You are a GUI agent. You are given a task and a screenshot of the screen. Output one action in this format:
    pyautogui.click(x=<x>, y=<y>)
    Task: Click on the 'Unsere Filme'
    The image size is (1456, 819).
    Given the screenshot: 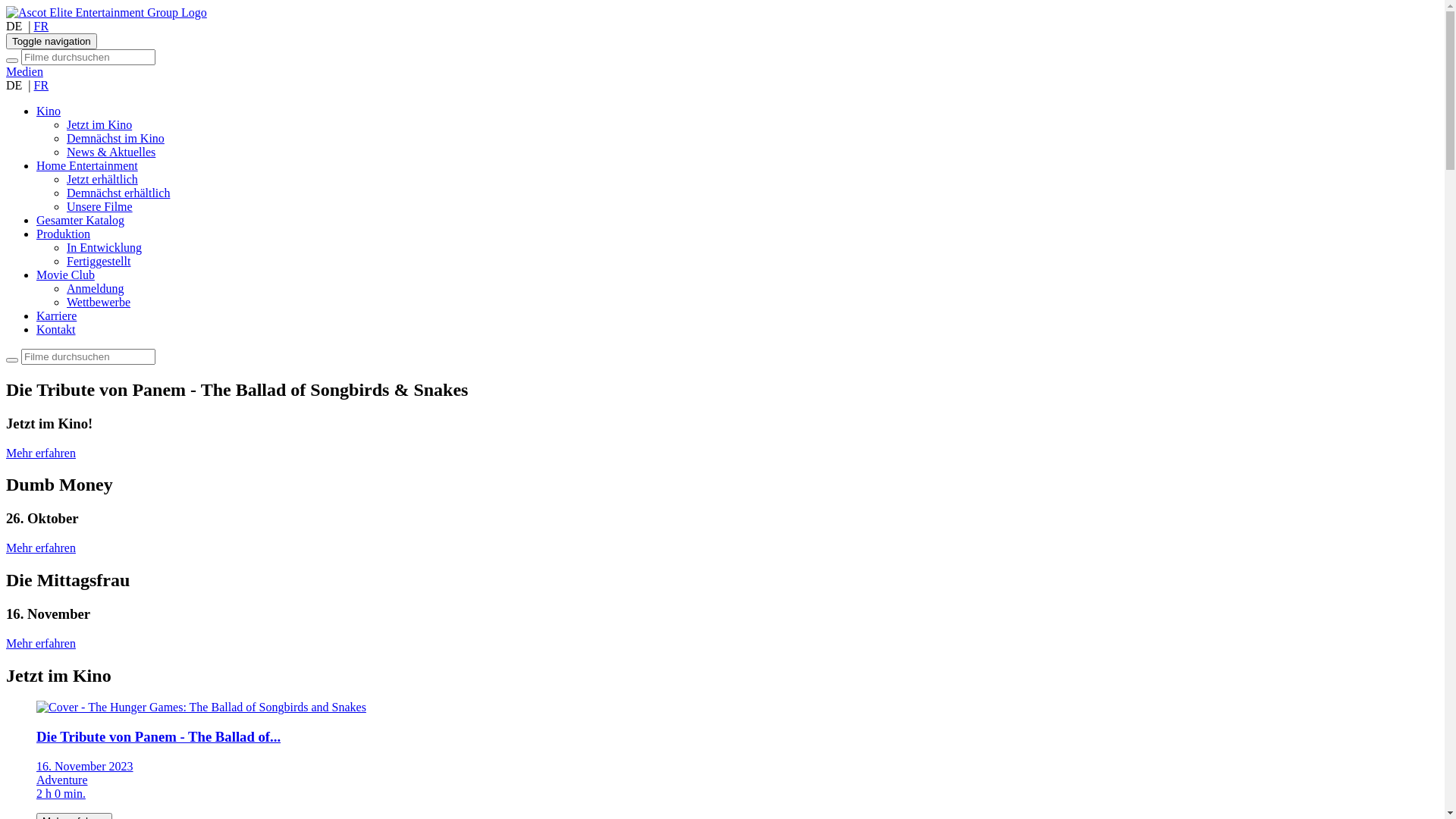 What is the action you would take?
    pyautogui.click(x=99, y=206)
    